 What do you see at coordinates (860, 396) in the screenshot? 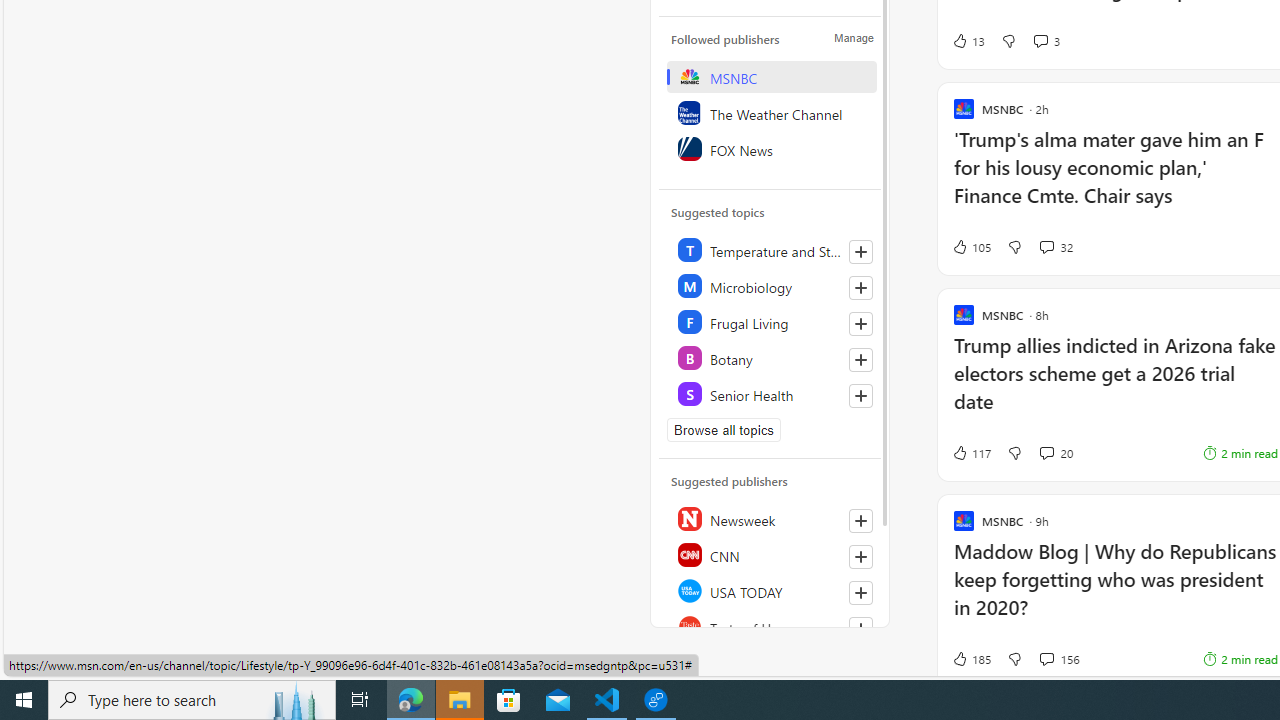
I see `'Follow this topic'` at bounding box center [860, 396].